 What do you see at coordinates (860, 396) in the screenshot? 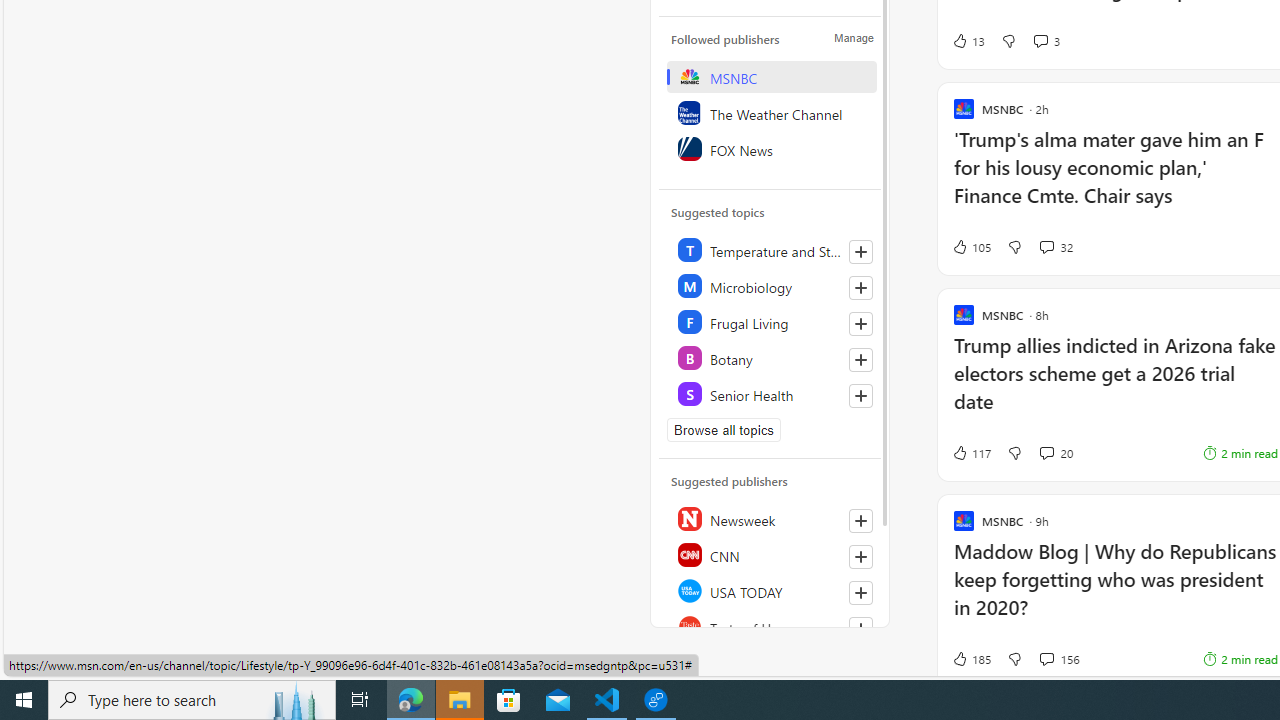
I see `'Follow this topic'` at bounding box center [860, 396].